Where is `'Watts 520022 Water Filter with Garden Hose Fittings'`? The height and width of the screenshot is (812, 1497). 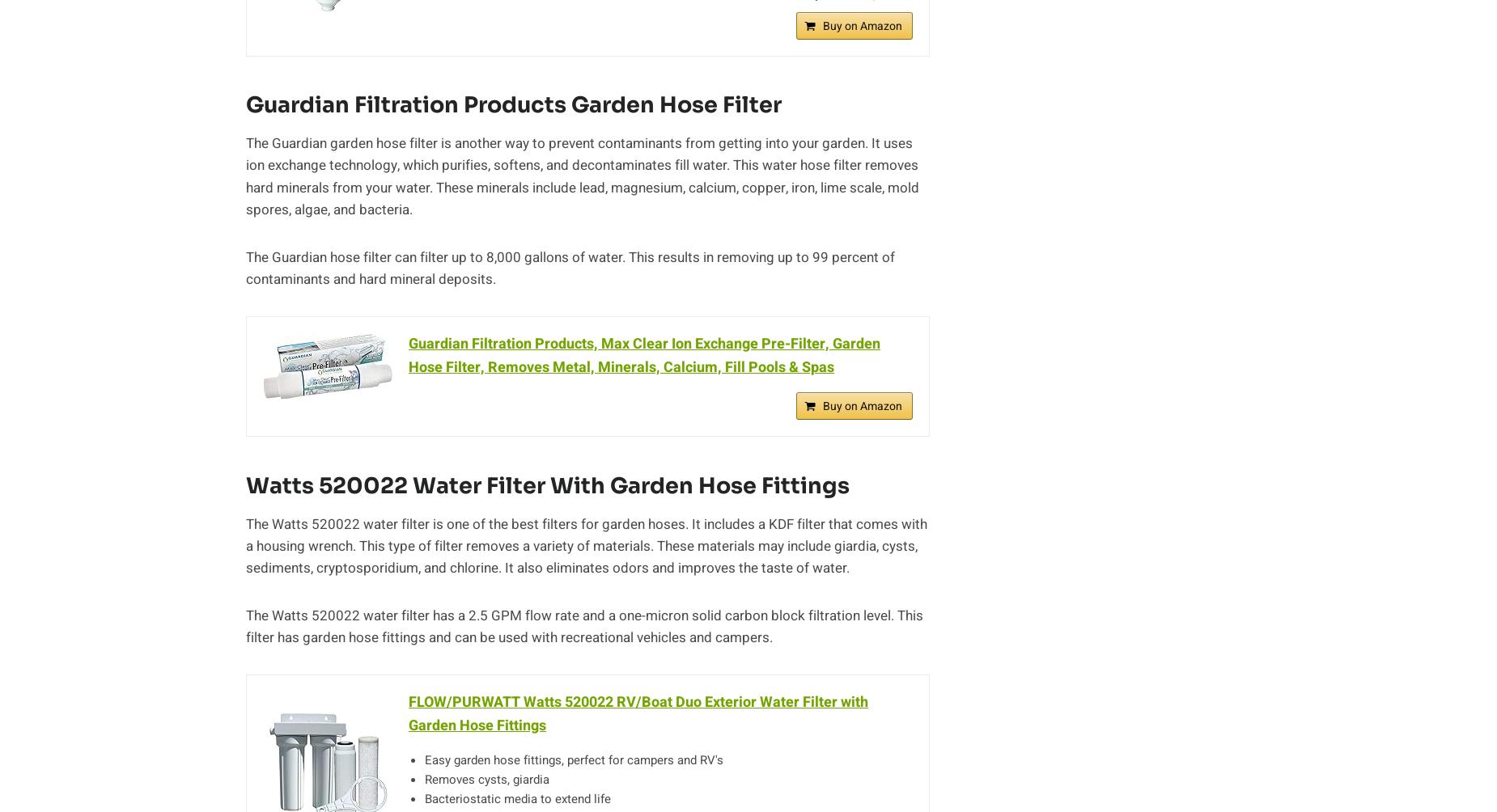
'Watts 520022 Water Filter with Garden Hose Fittings' is located at coordinates (547, 484).